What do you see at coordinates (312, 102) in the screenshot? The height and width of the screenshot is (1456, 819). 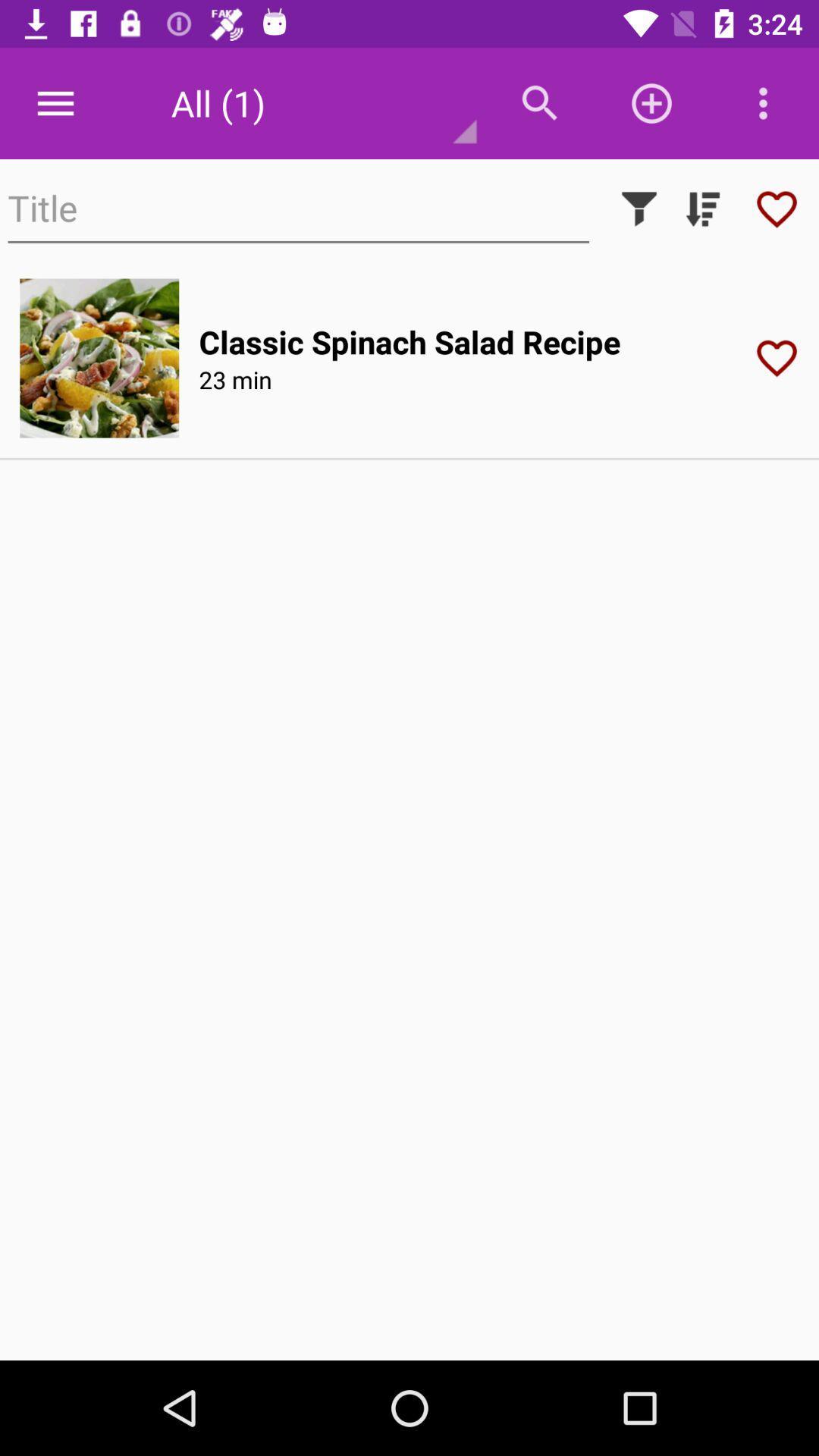 I see `the text to the left of menu bar` at bounding box center [312, 102].